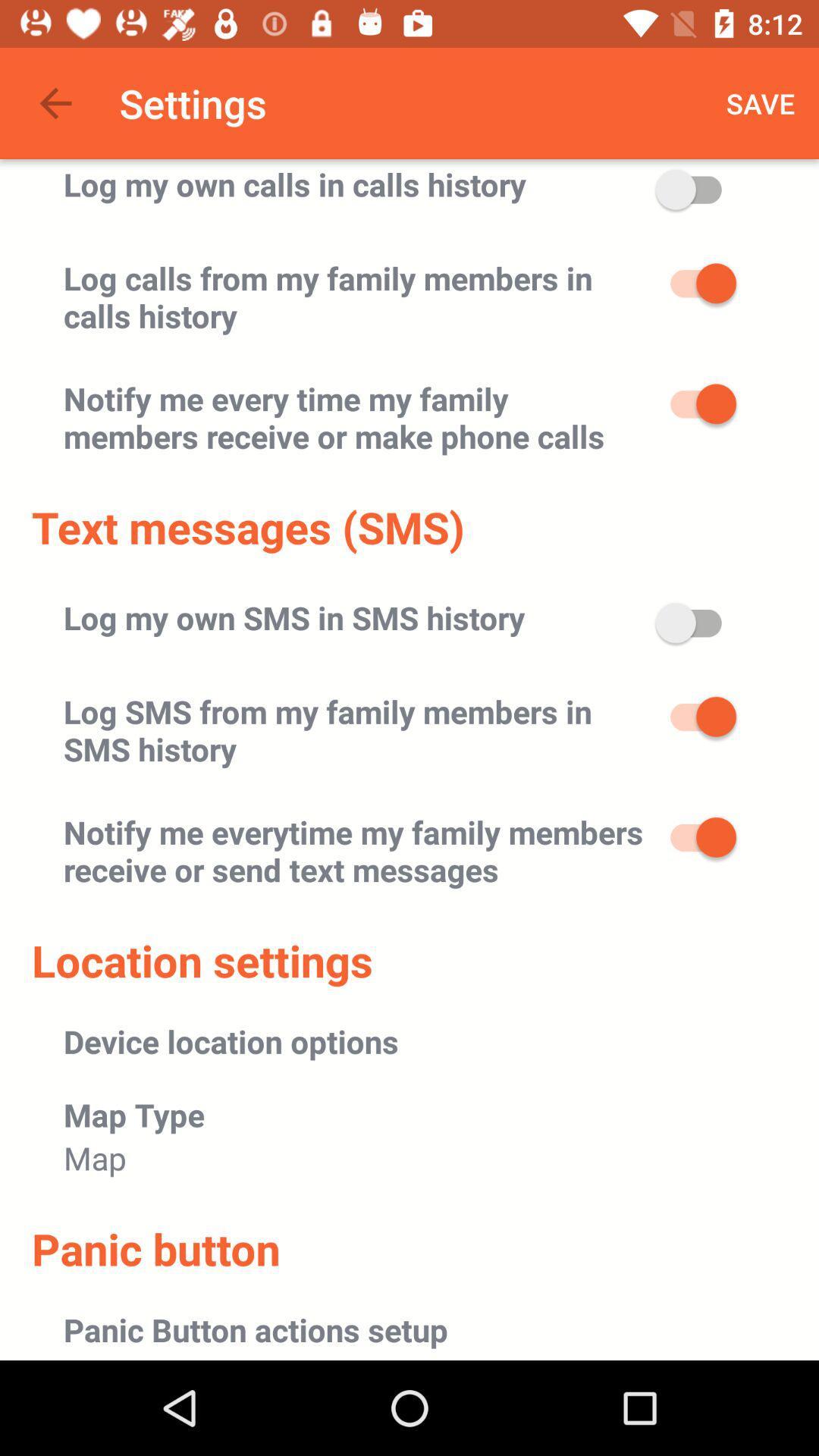 This screenshot has width=819, height=1456. Describe the element at coordinates (761, 102) in the screenshot. I see `the save item` at that location.